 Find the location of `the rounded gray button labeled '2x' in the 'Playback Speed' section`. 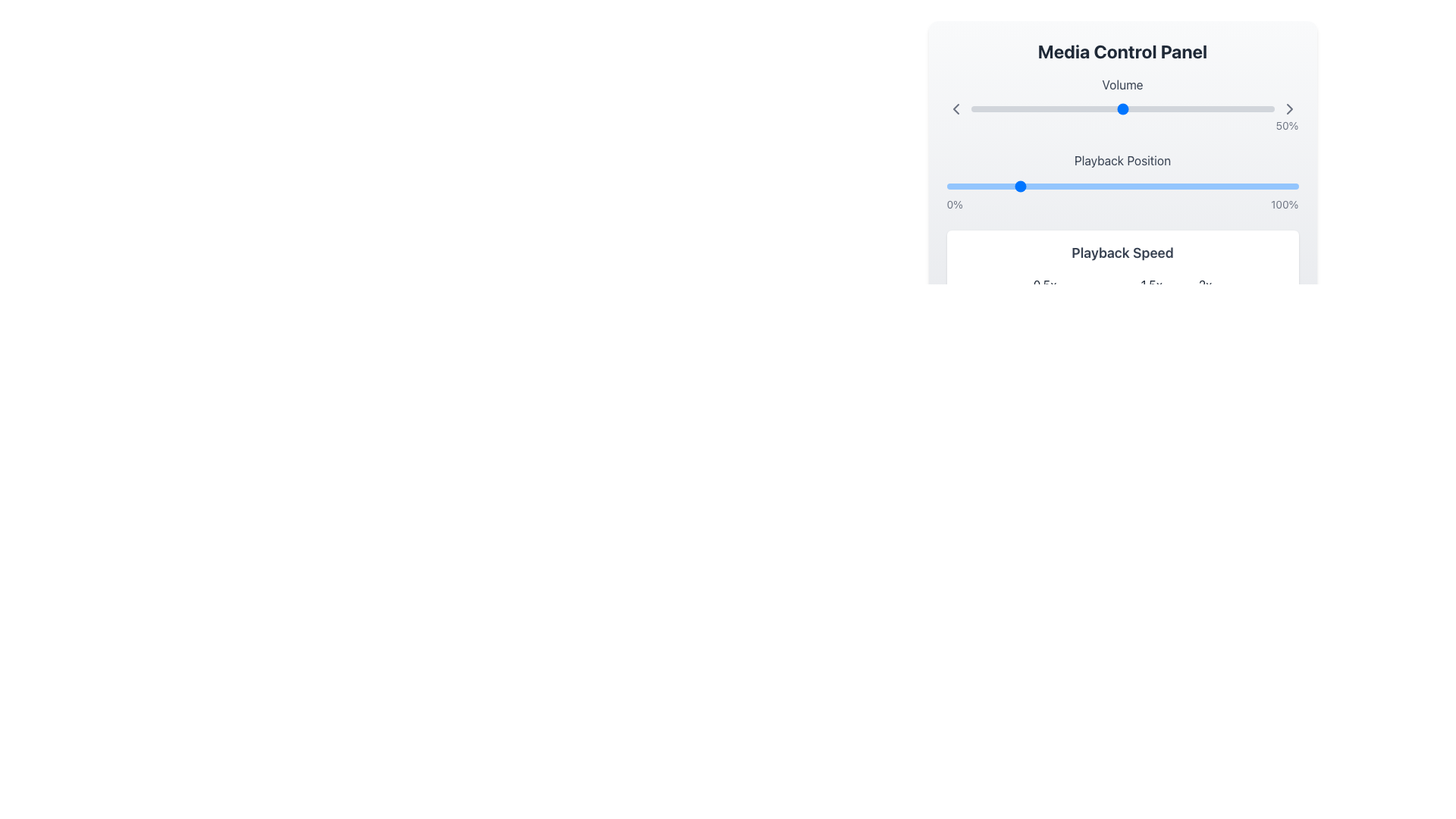

the rounded gray button labeled '2x' in the 'Playback Speed' section is located at coordinates (1204, 284).